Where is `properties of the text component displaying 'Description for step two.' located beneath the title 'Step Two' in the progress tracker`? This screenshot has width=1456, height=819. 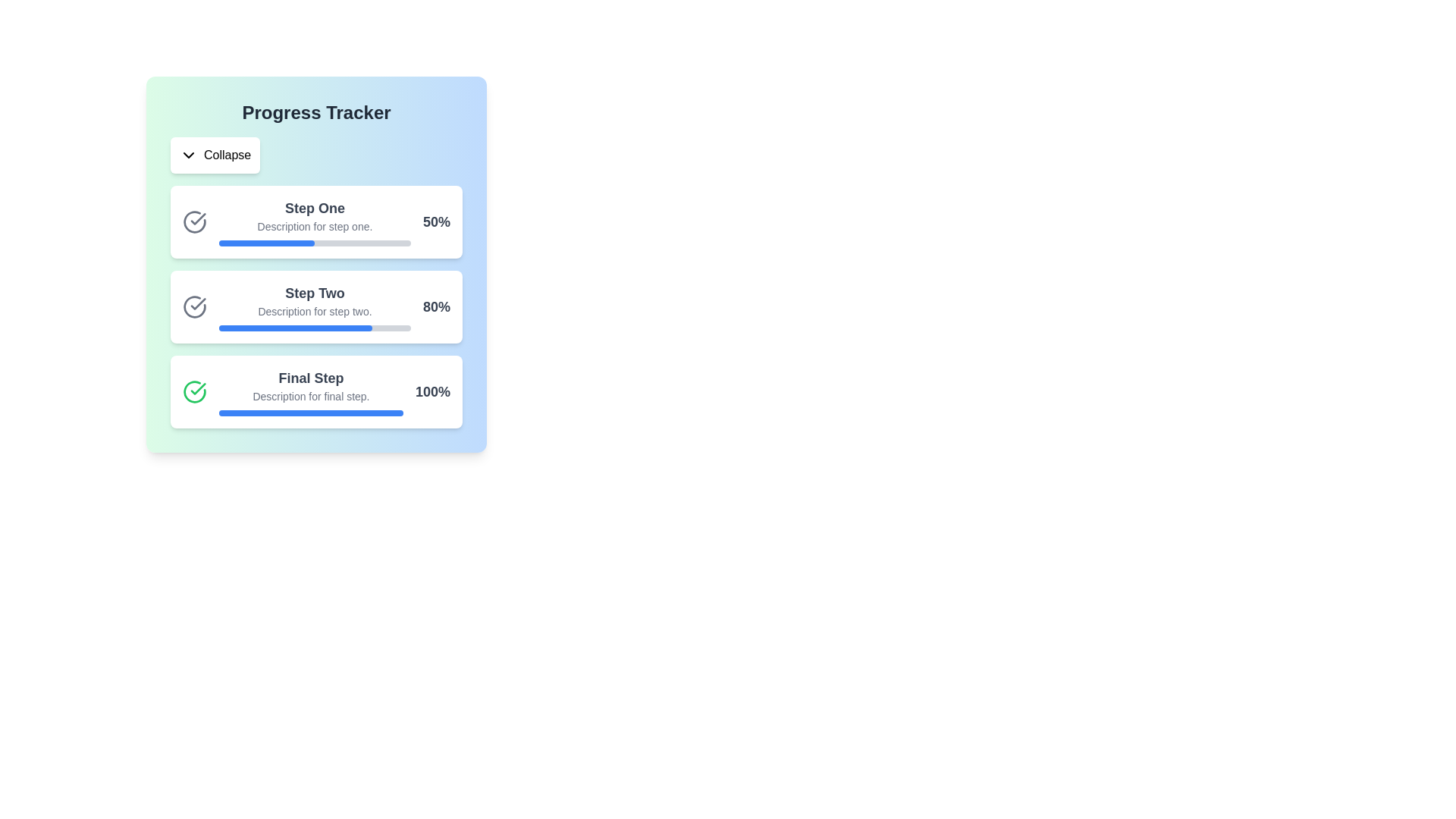 properties of the text component displaying 'Description for step two.' located beneath the title 'Step Two' in the progress tracker is located at coordinates (314, 311).